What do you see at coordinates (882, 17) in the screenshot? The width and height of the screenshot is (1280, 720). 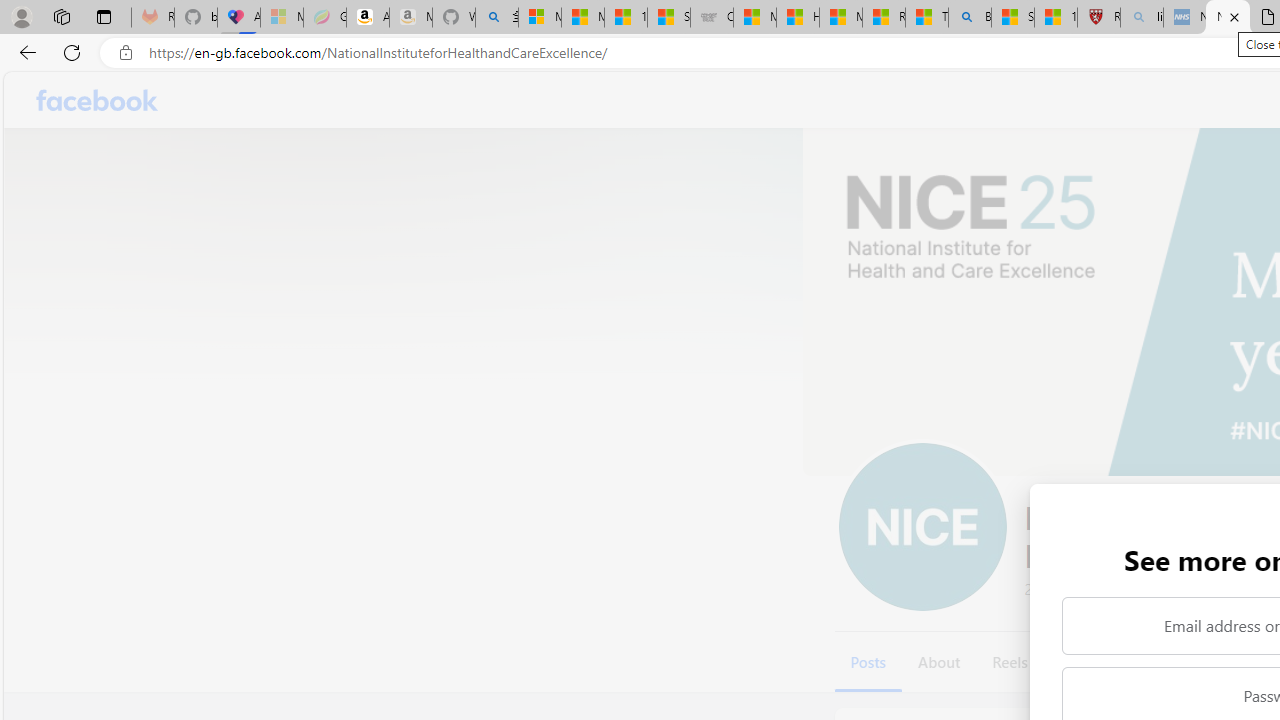 I see `'Recipes - MSN'` at bounding box center [882, 17].